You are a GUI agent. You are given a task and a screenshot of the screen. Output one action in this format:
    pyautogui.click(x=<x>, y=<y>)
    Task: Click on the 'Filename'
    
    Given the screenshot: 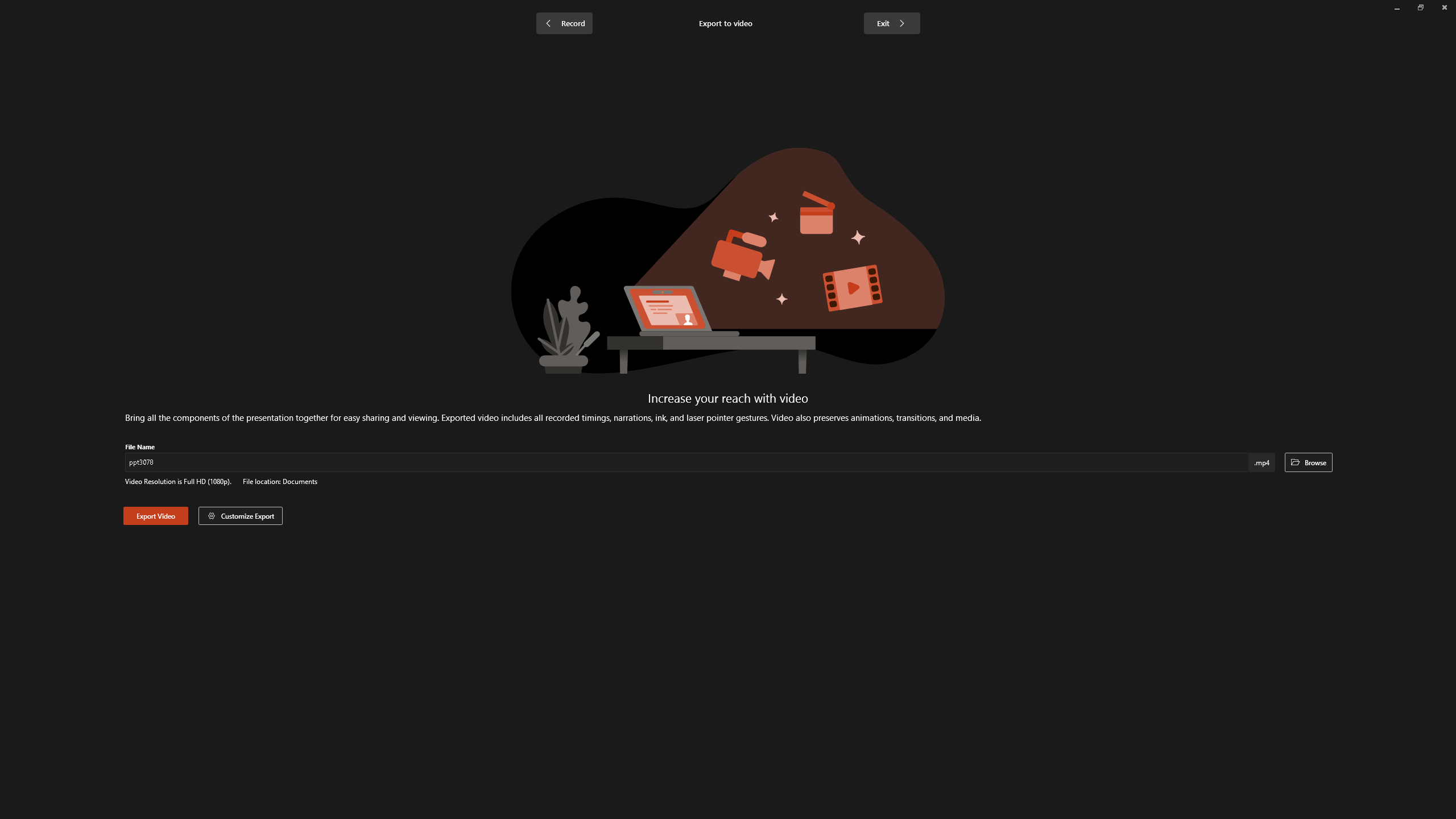 What is the action you would take?
    pyautogui.click(x=687, y=464)
    